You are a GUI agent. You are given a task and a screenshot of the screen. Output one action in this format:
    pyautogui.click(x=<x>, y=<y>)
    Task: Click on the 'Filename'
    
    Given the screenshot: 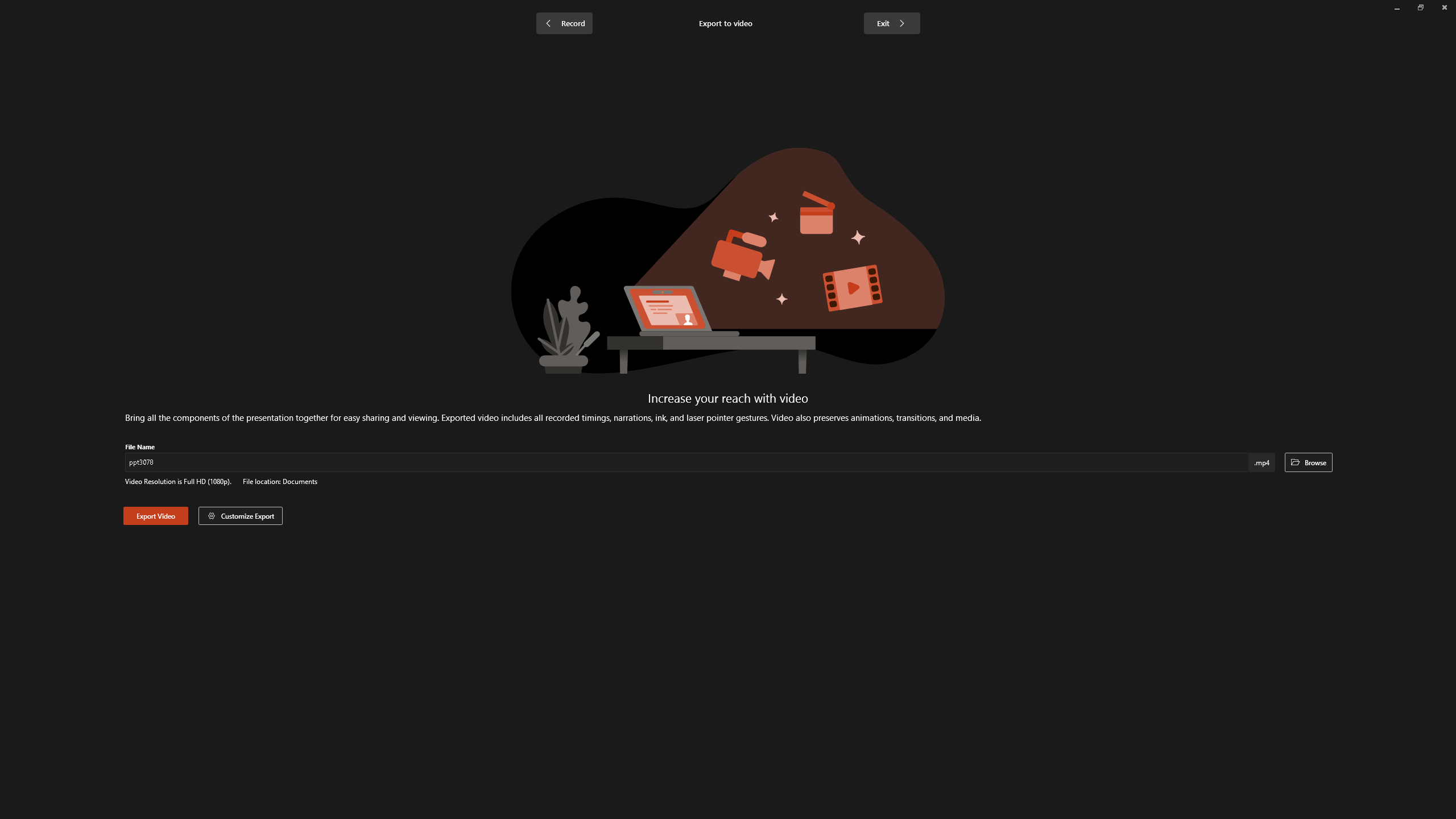 What is the action you would take?
    pyautogui.click(x=687, y=464)
    